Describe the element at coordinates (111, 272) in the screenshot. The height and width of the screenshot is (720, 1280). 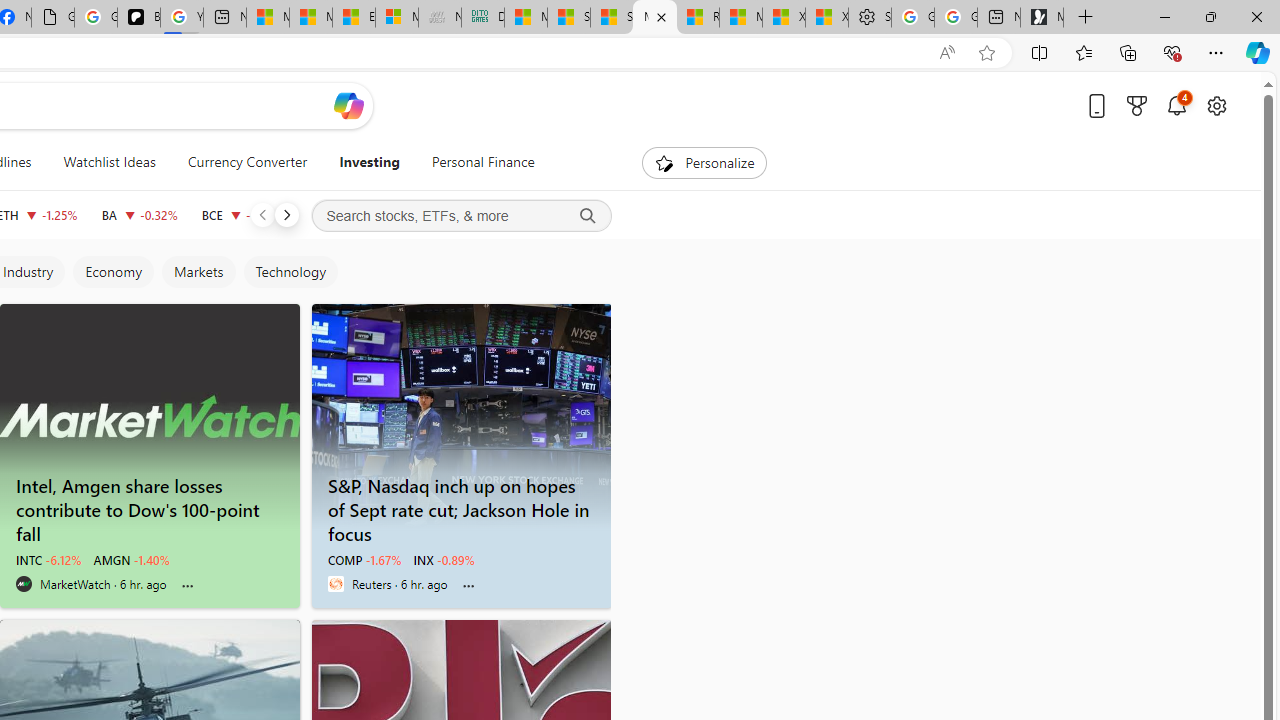
I see `'Economy'` at that location.